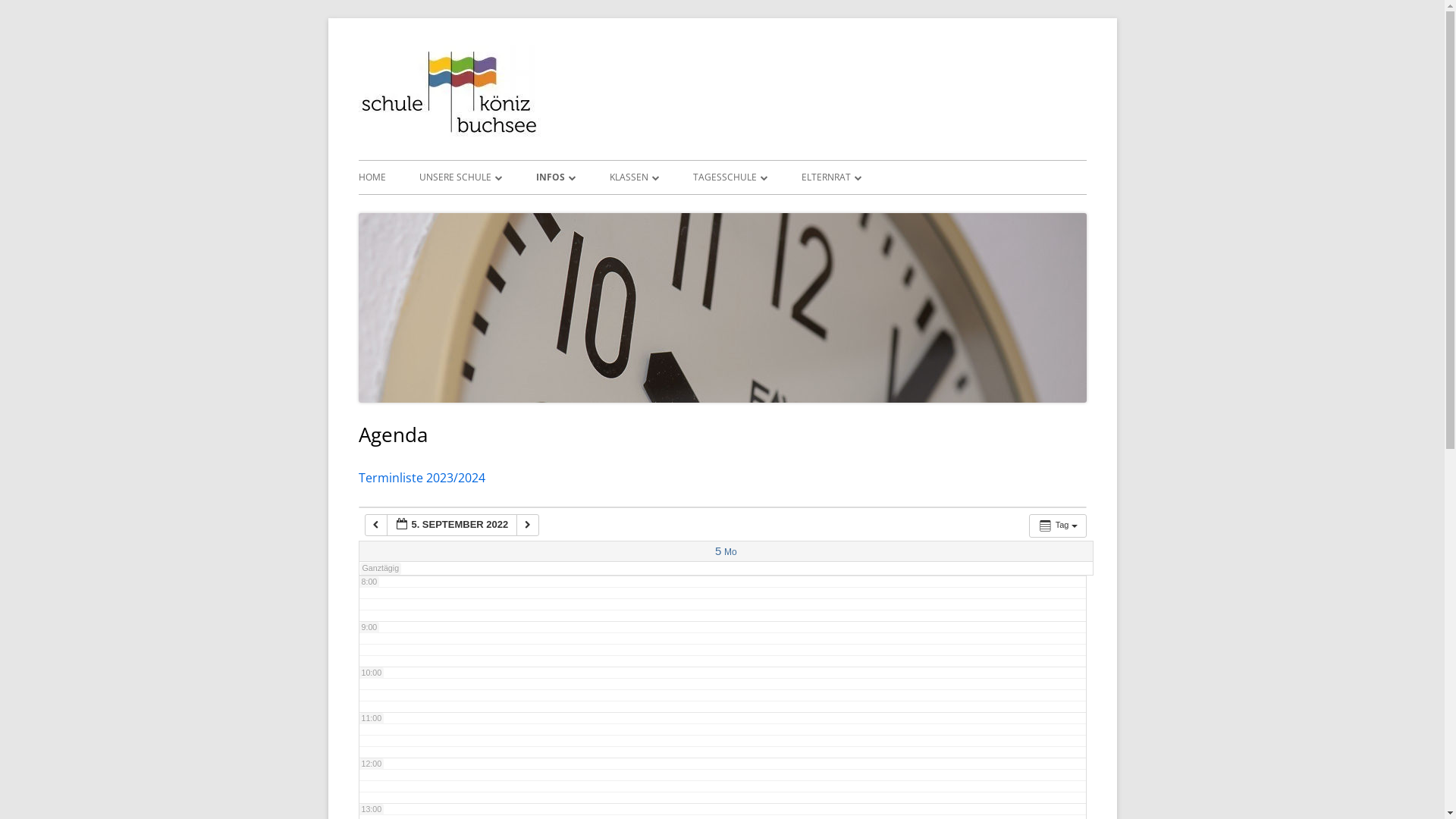  I want to click on 'Terminliste 2023/2024', so click(356, 476).